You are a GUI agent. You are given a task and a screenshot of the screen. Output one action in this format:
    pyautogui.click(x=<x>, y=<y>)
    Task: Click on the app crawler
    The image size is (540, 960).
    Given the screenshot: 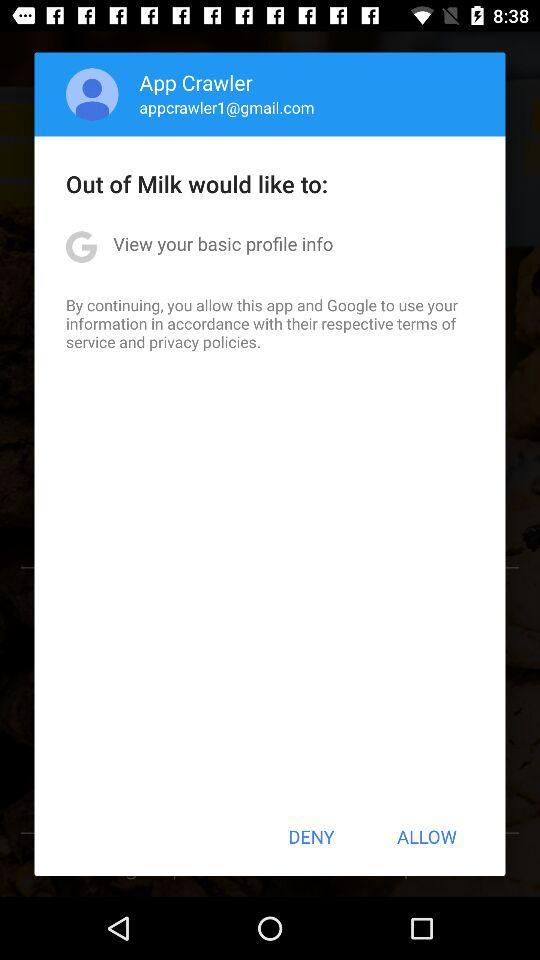 What is the action you would take?
    pyautogui.click(x=196, y=82)
    